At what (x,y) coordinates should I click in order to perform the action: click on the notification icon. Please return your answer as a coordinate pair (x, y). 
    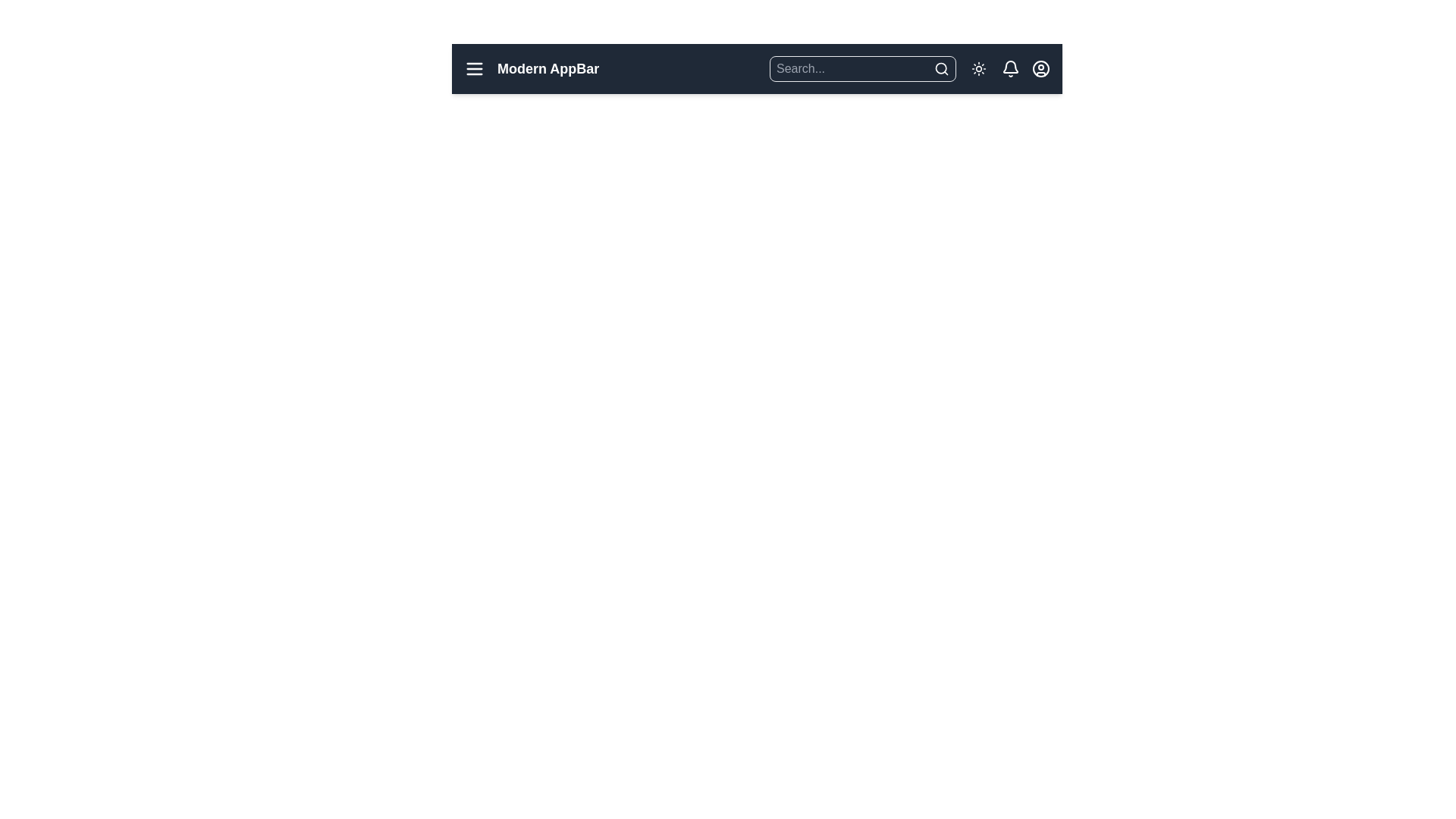
    Looking at the image, I should click on (1011, 69).